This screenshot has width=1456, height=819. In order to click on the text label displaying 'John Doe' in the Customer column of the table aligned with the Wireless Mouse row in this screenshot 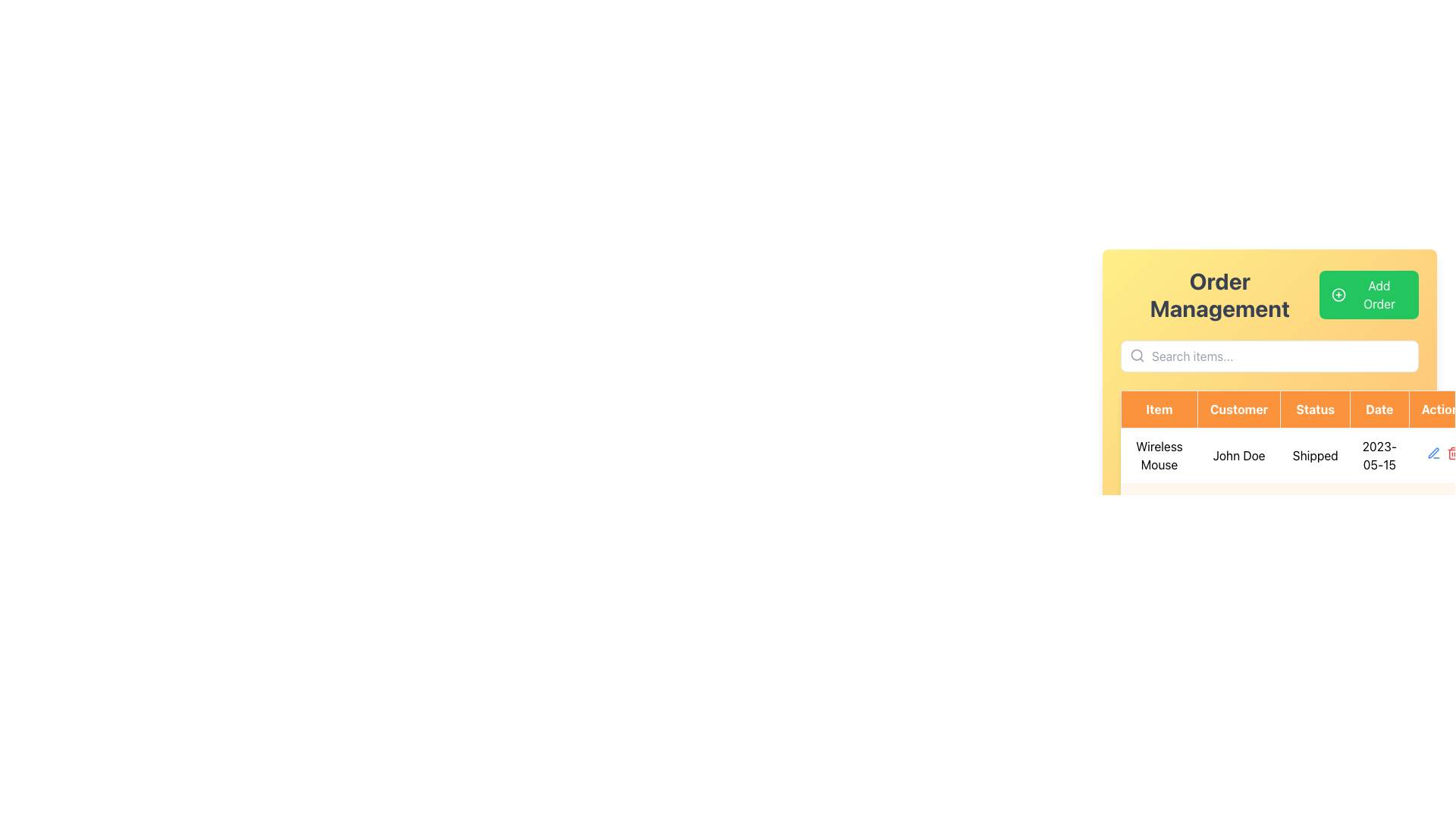, I will do `click(1239, 454)`.